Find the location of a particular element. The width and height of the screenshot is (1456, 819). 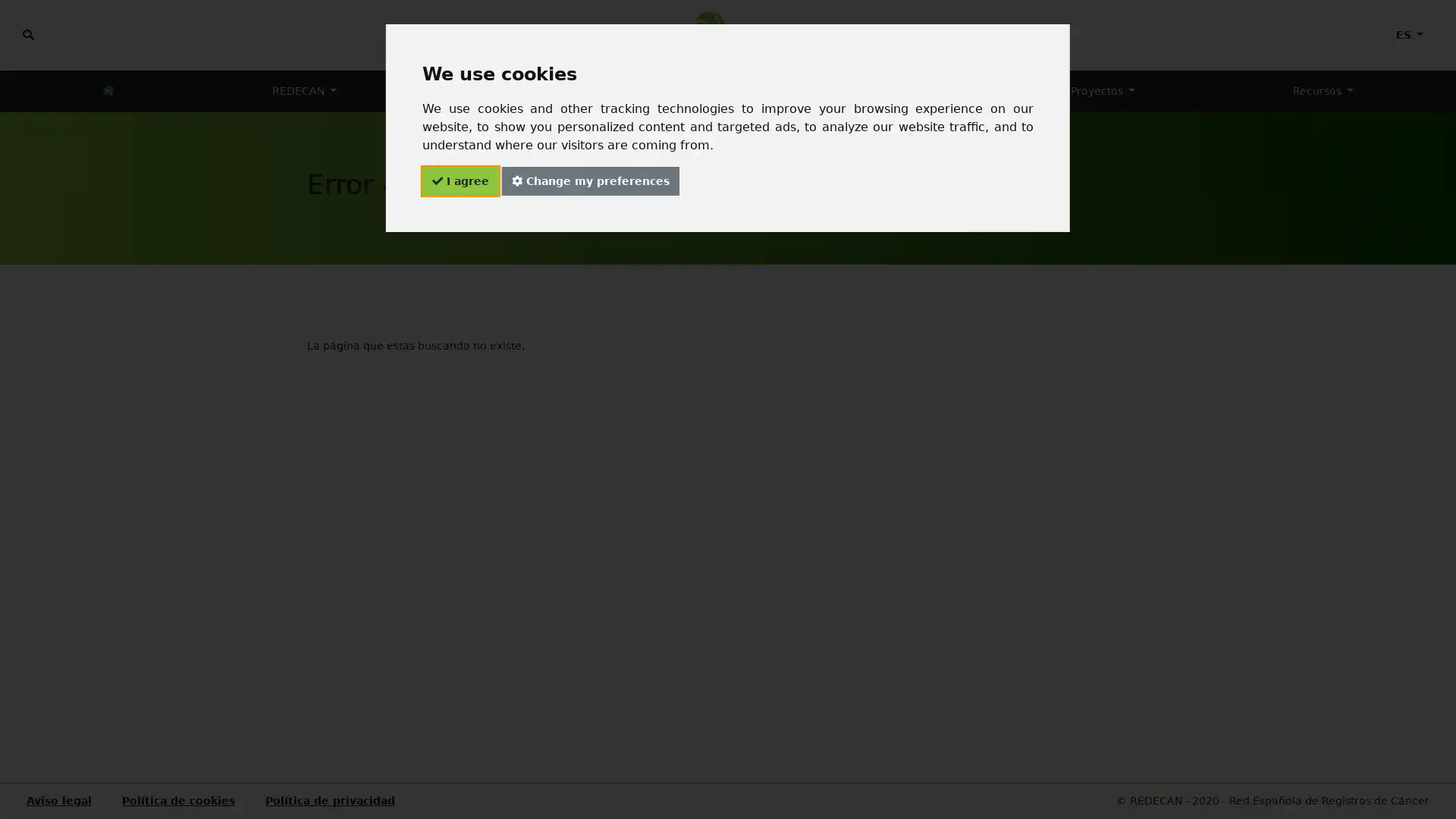

I agree is located at coordinates (459, 180).